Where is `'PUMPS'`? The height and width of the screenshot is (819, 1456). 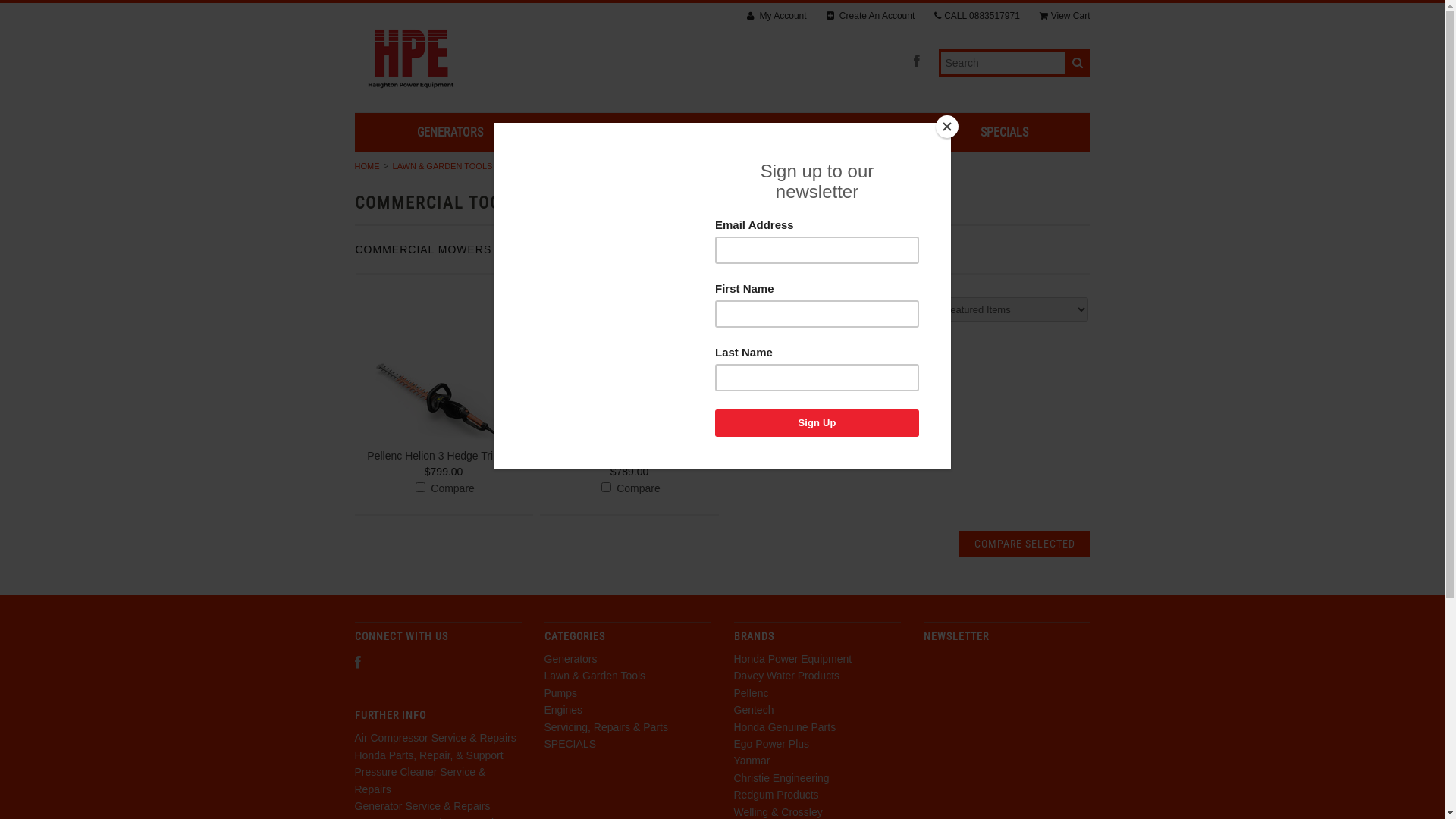
'PUMPS' is located at coordinates (682, 131).